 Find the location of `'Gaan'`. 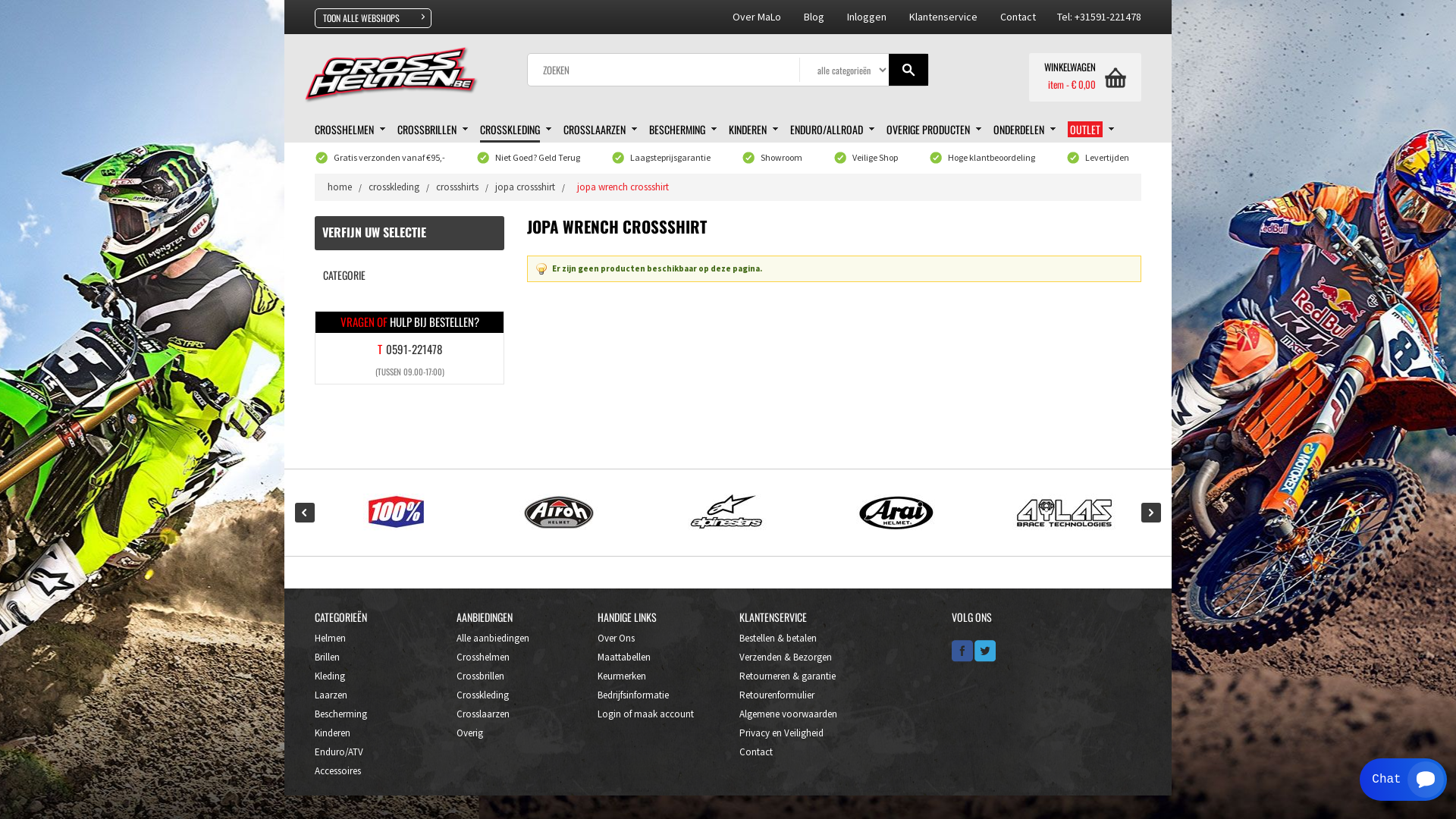

'Gaan' is located at coordinates (908, 70).